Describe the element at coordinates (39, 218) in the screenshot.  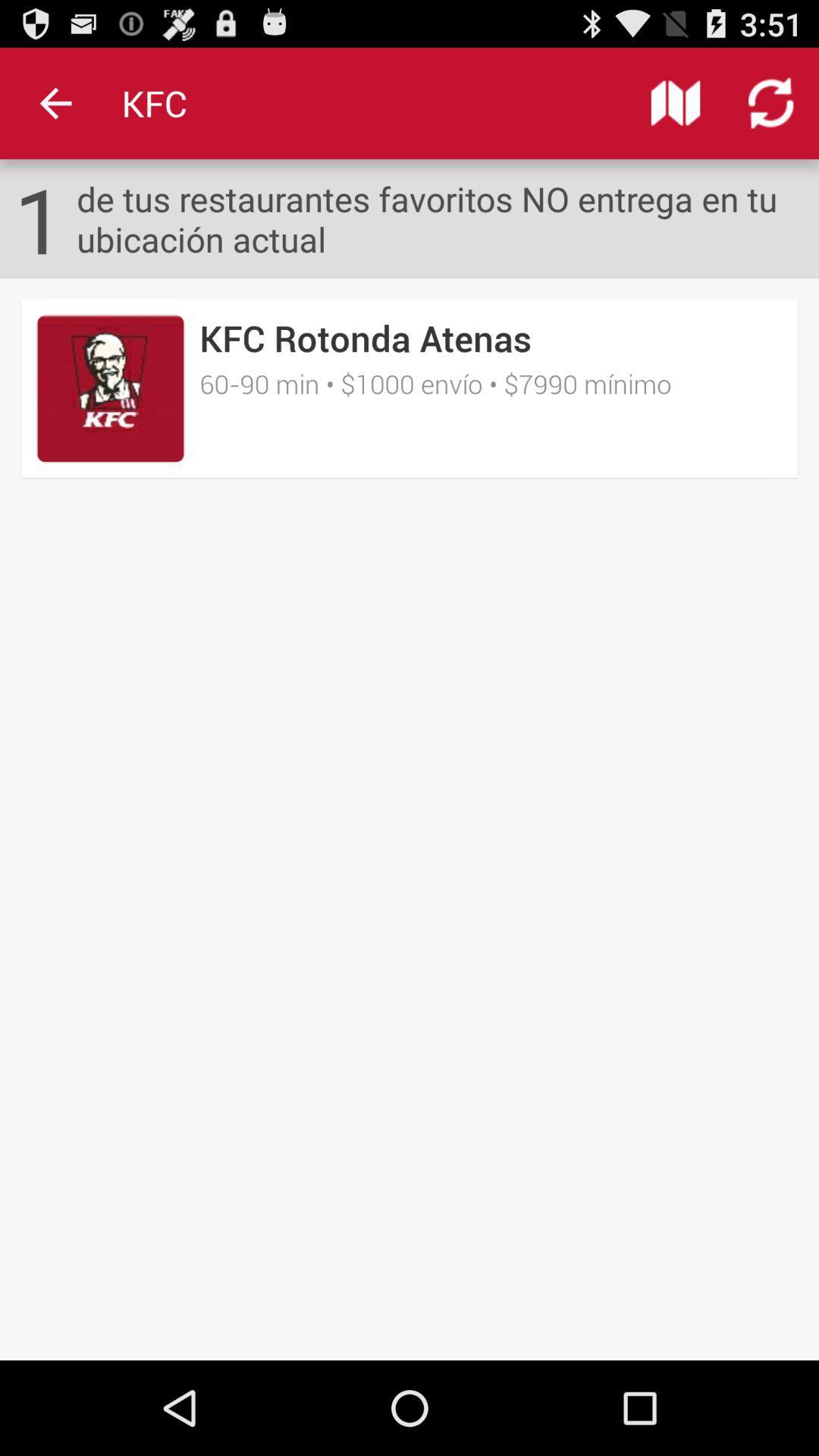
I see `the item next to de tus restaurantes icon` at that location.